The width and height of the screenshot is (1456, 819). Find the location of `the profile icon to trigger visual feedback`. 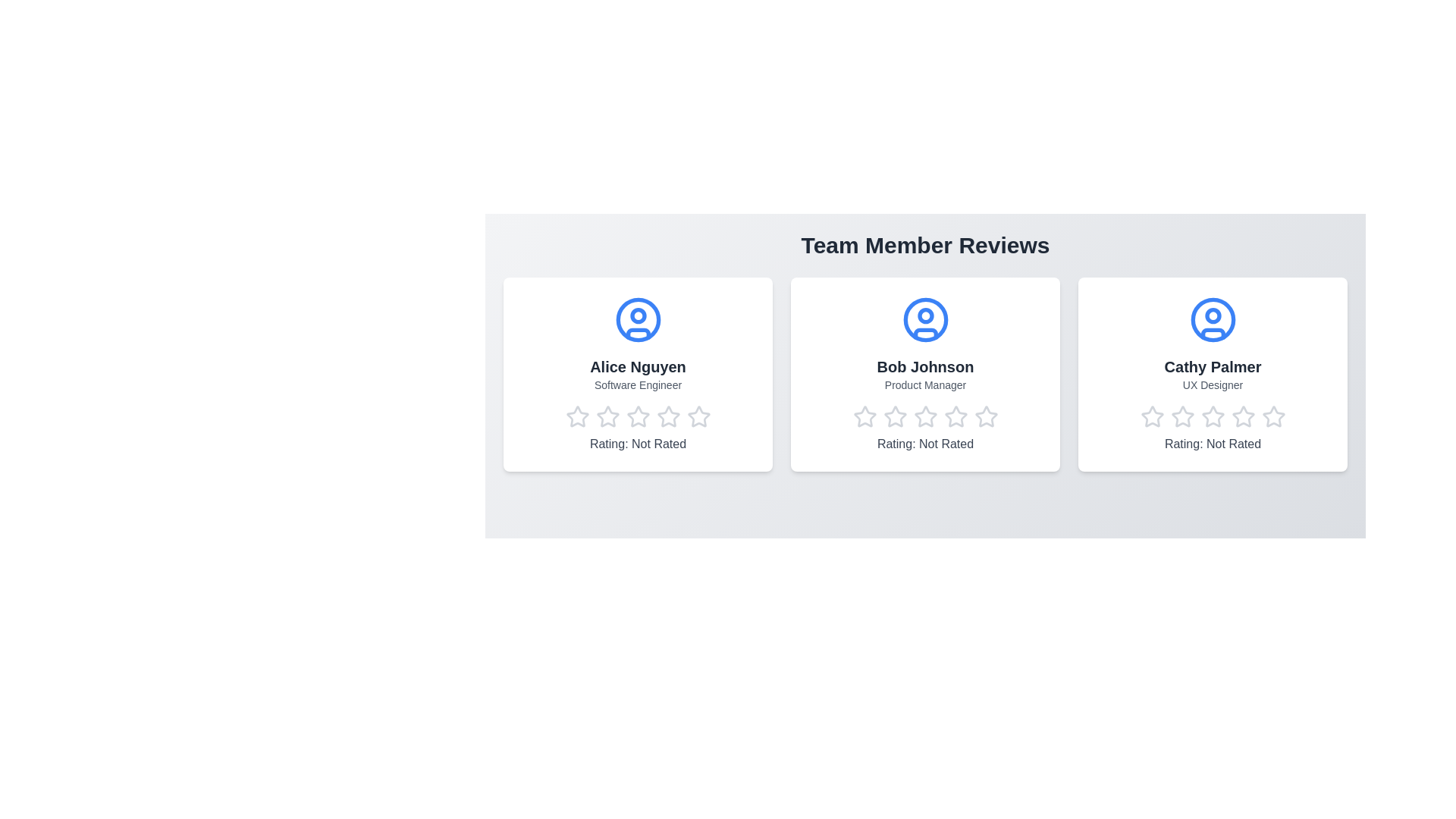

the profile icon to trigger visual feedback is located at coordinates (638, 318).